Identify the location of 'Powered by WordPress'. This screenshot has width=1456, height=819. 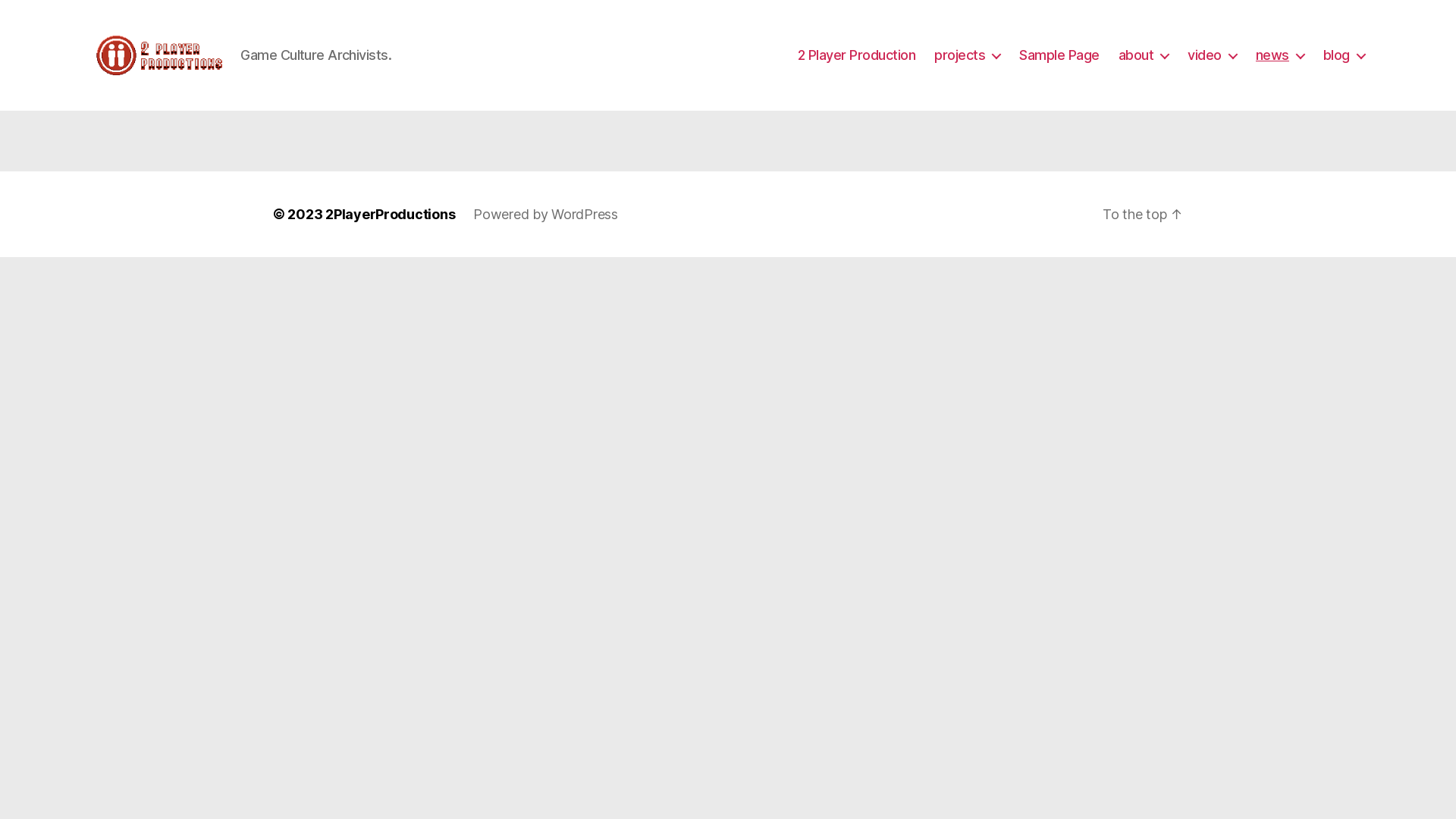
(545, 214).